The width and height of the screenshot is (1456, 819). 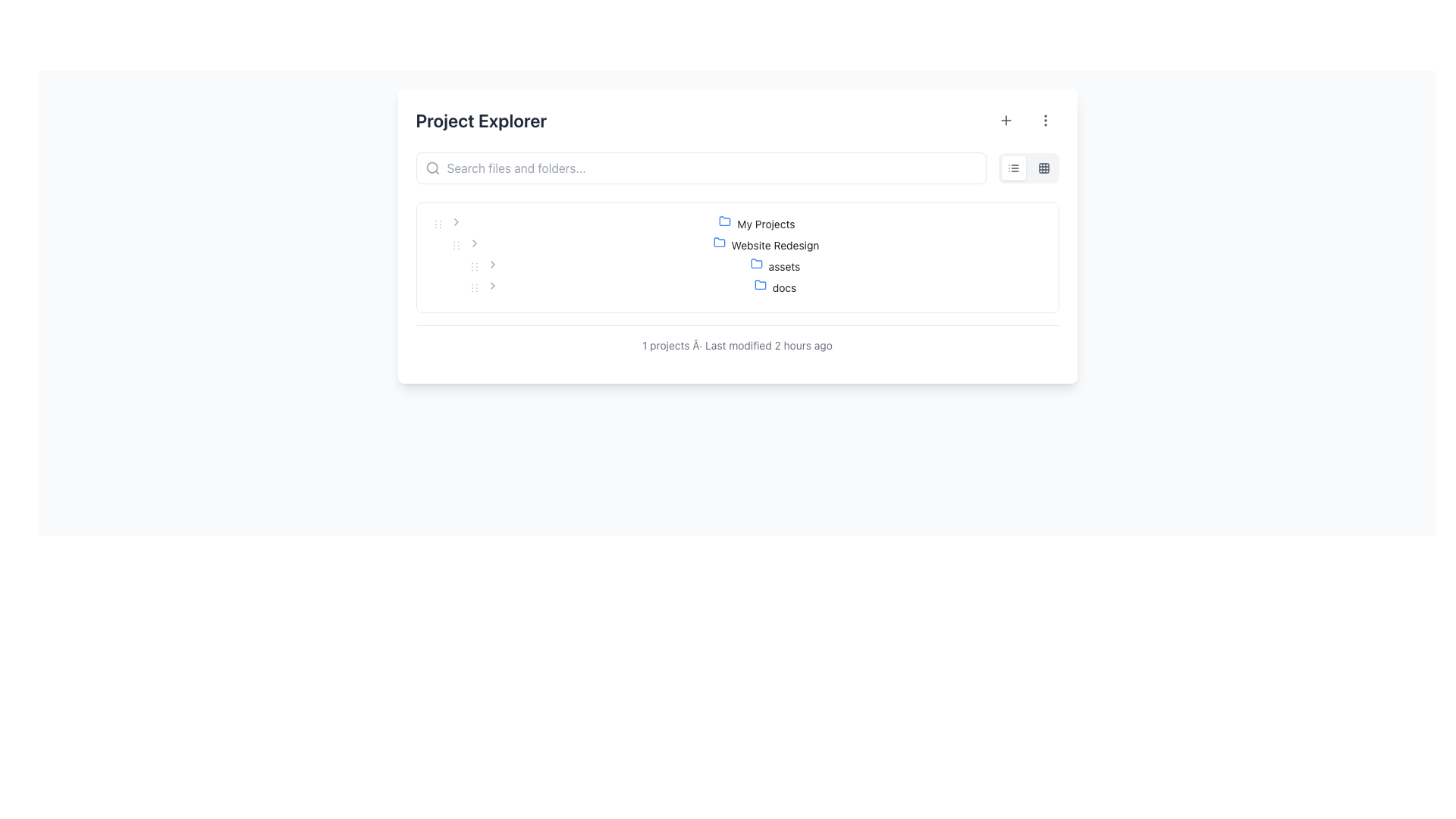 I want to click on the grid icon button located in the top-right corner of the interface, so click(x=1043, y=168).